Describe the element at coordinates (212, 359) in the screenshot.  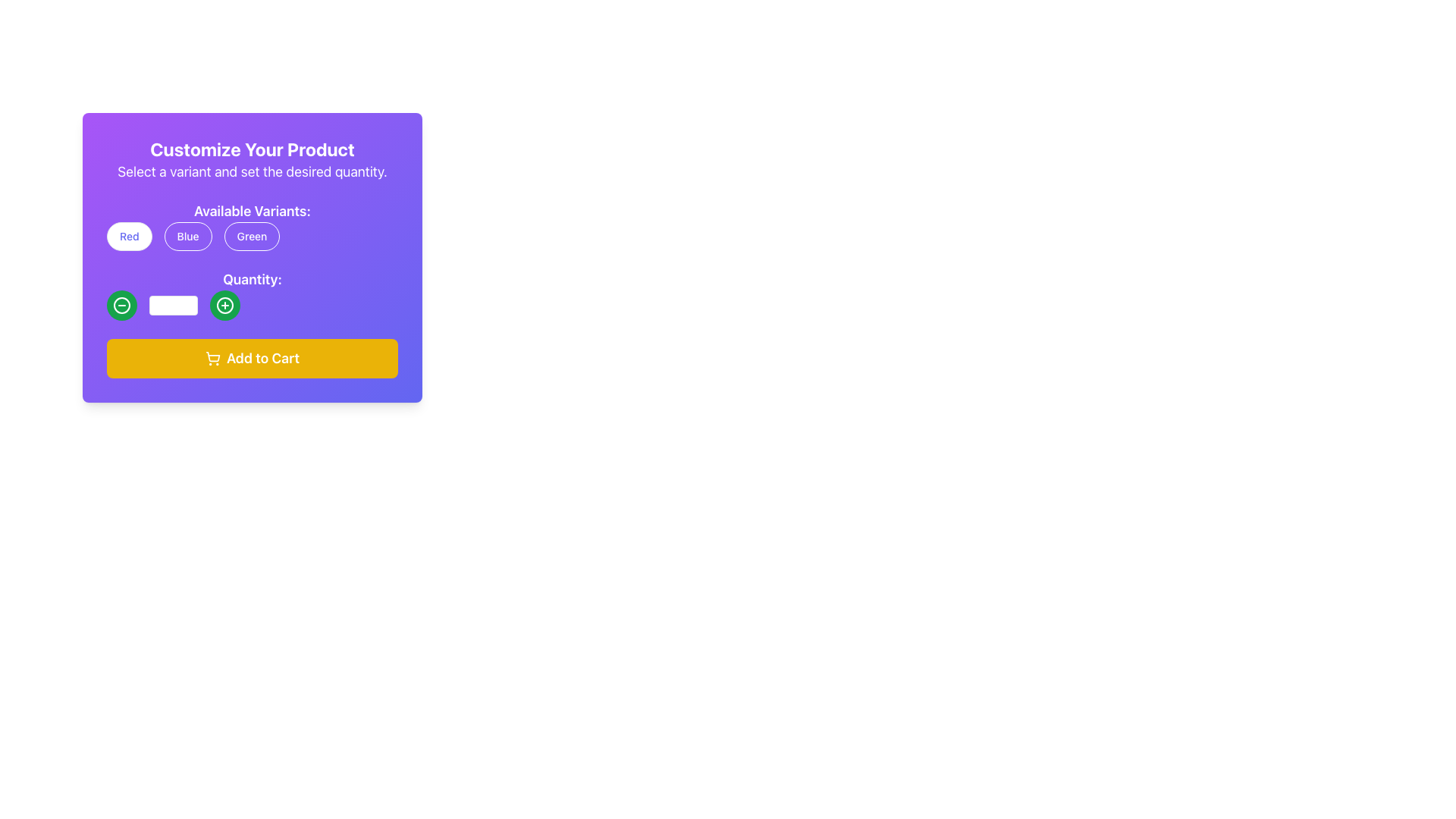
I see `the shopping cart icon located to the left of the 'Add to Cart' text within the yellow button at the bottom center of the purple card interface` at that location.